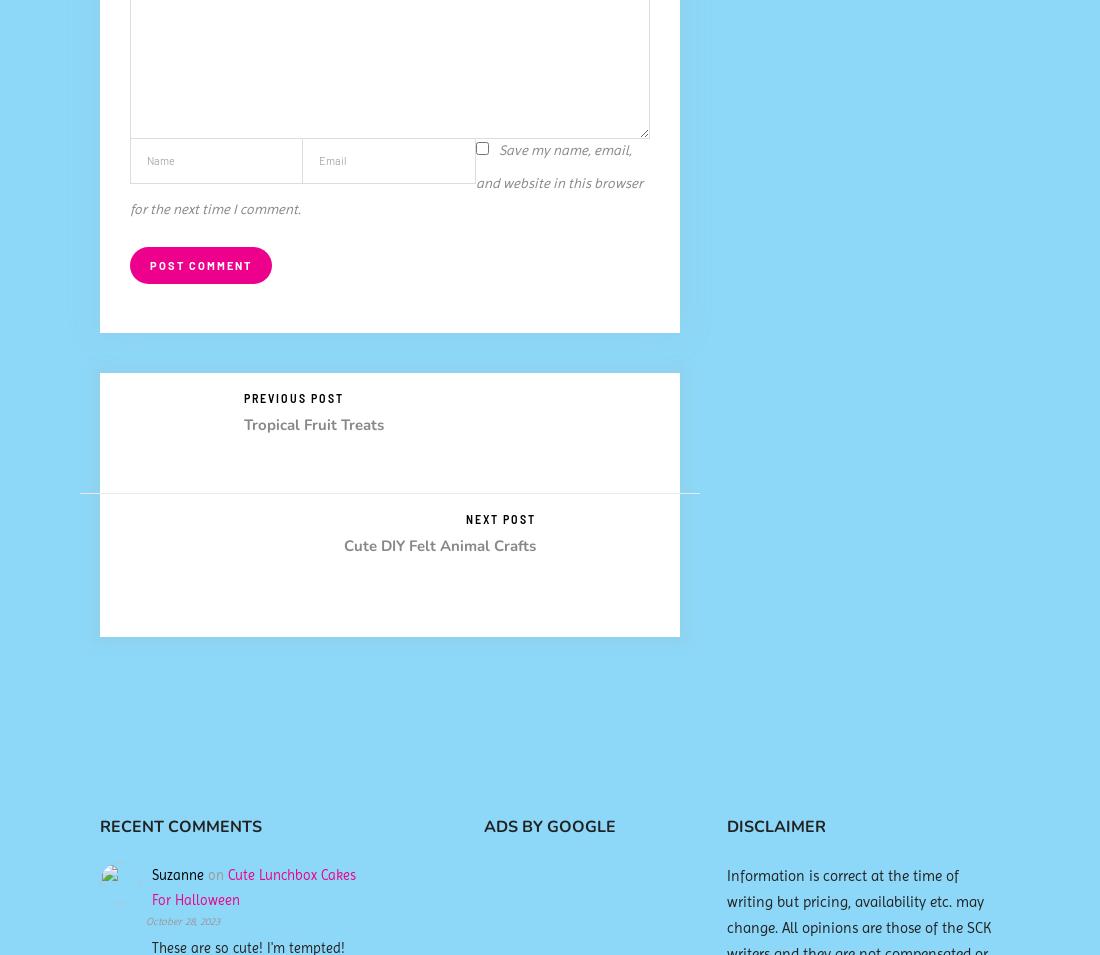 Image resolution: width=1100 pixels, height=955 pixels. Describe the element at coordinates (176, 874) in the screenshot. I see `'Suzanne'` at that location.